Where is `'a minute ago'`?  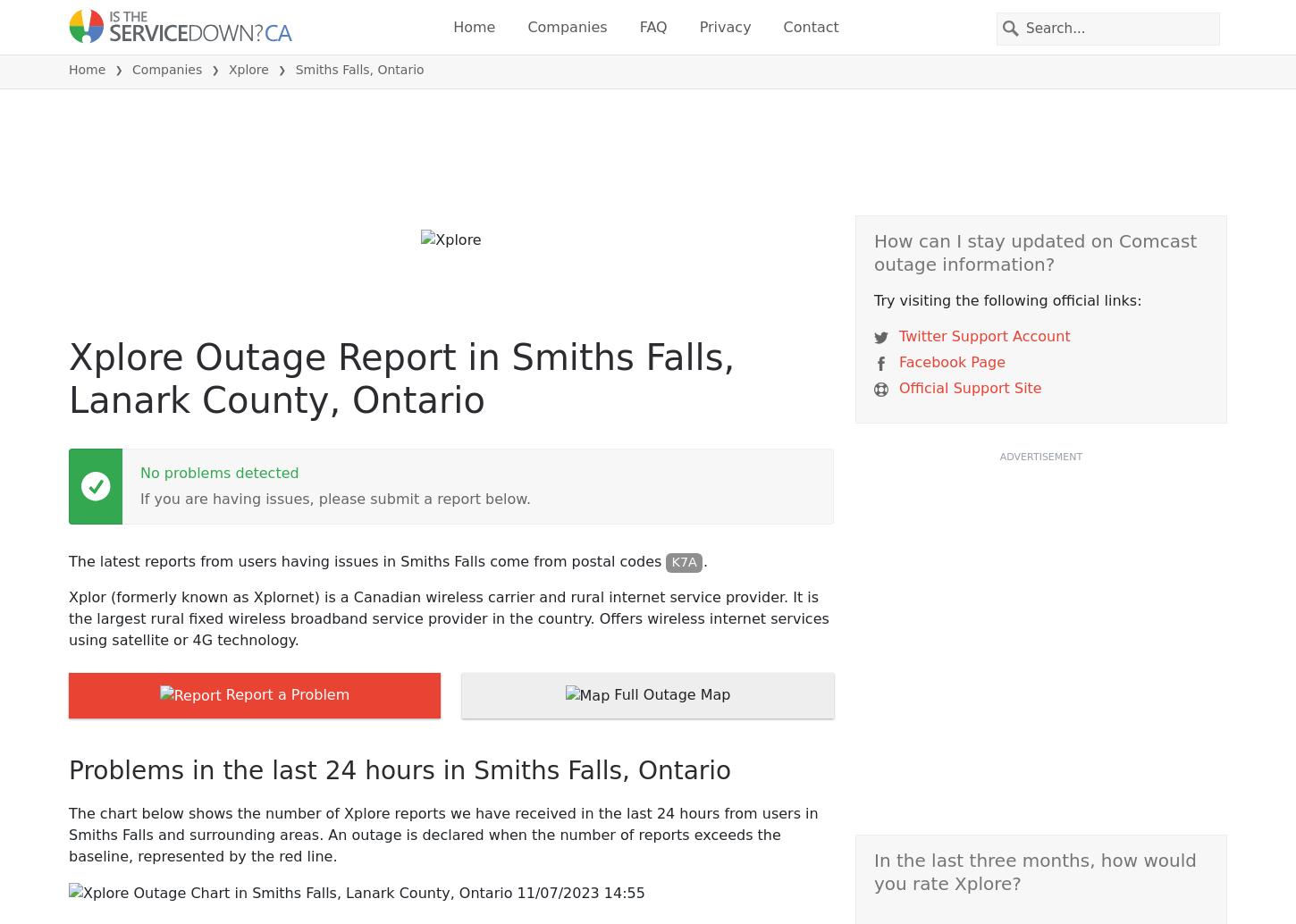 'a minute ago' is located at coordinates (540, 300).